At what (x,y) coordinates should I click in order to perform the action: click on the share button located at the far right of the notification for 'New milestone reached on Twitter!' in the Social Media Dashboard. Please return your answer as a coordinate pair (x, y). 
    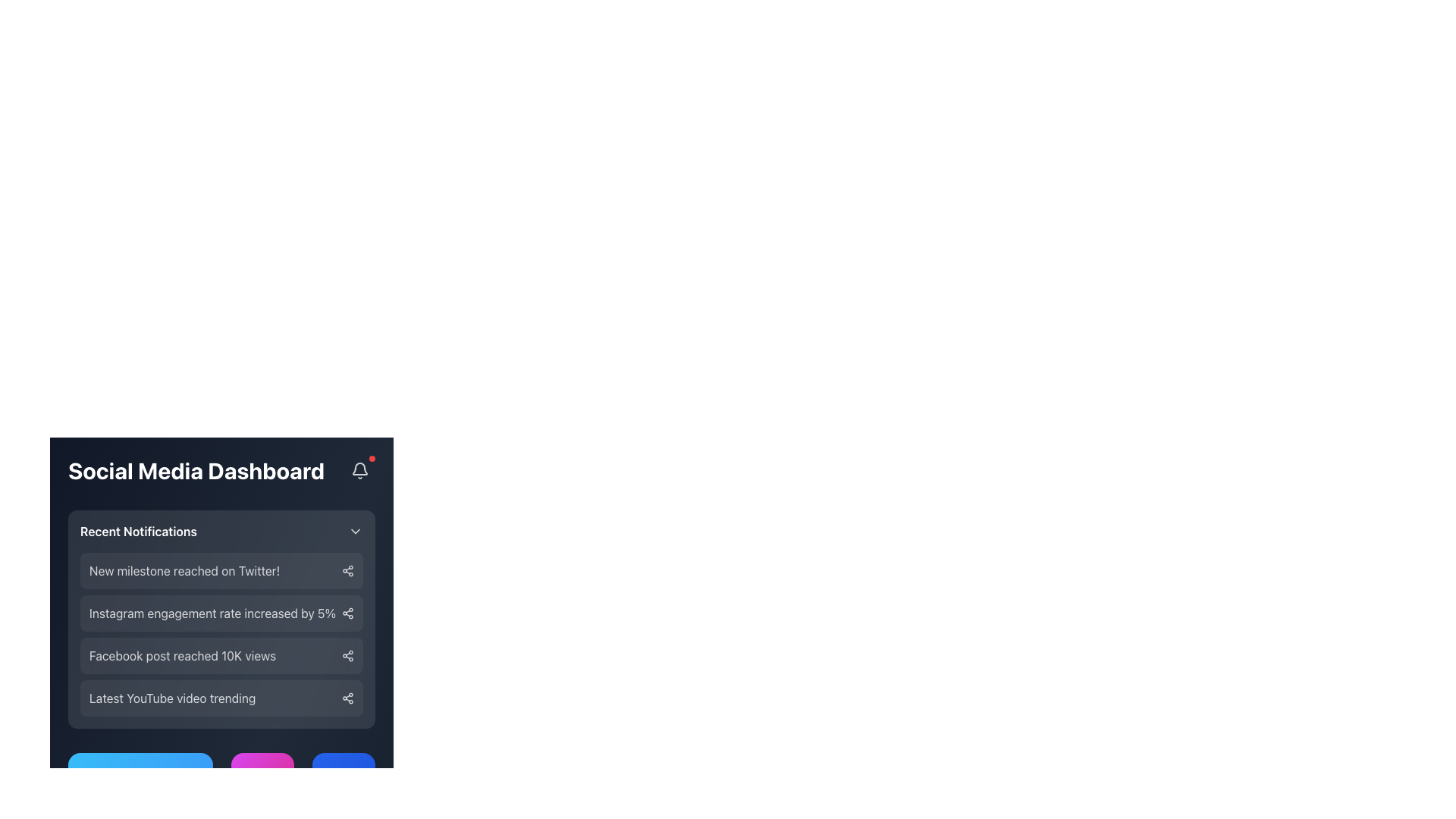
    Looking at the image, I should click on (347, 570).